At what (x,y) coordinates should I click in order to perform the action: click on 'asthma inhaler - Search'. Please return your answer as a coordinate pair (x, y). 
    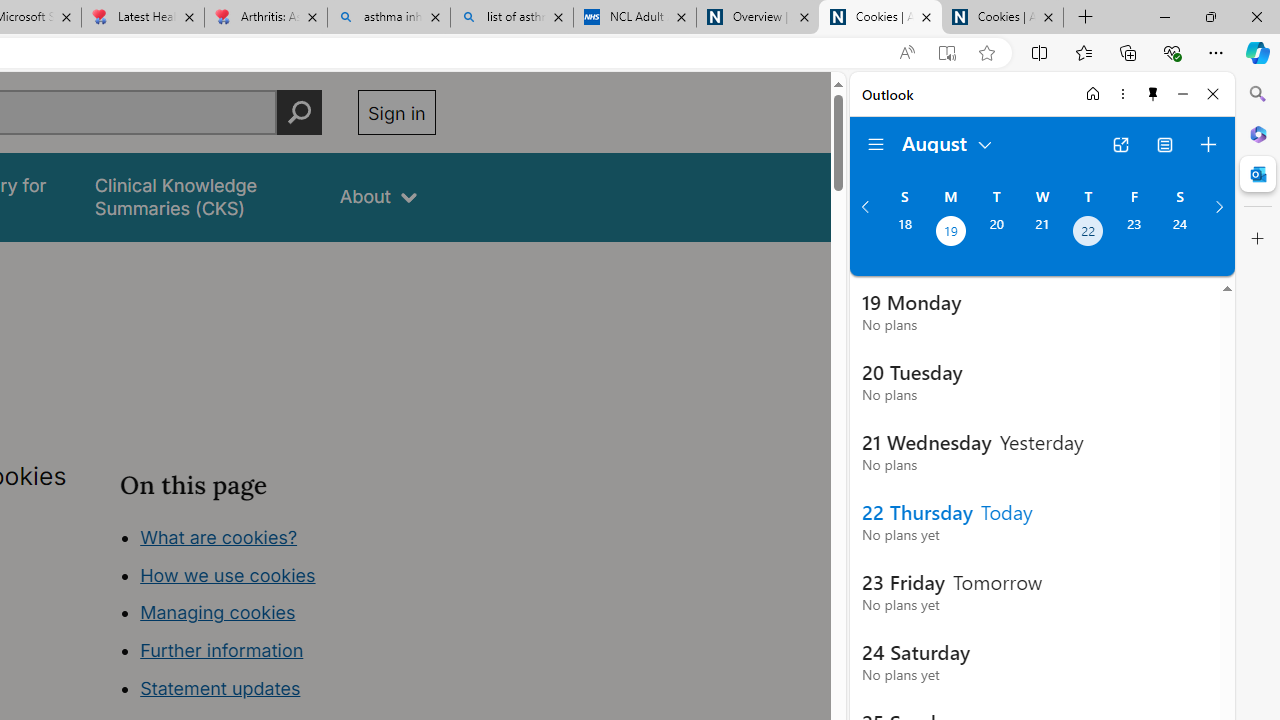
    Looking at the image, I should click on (389, 17).